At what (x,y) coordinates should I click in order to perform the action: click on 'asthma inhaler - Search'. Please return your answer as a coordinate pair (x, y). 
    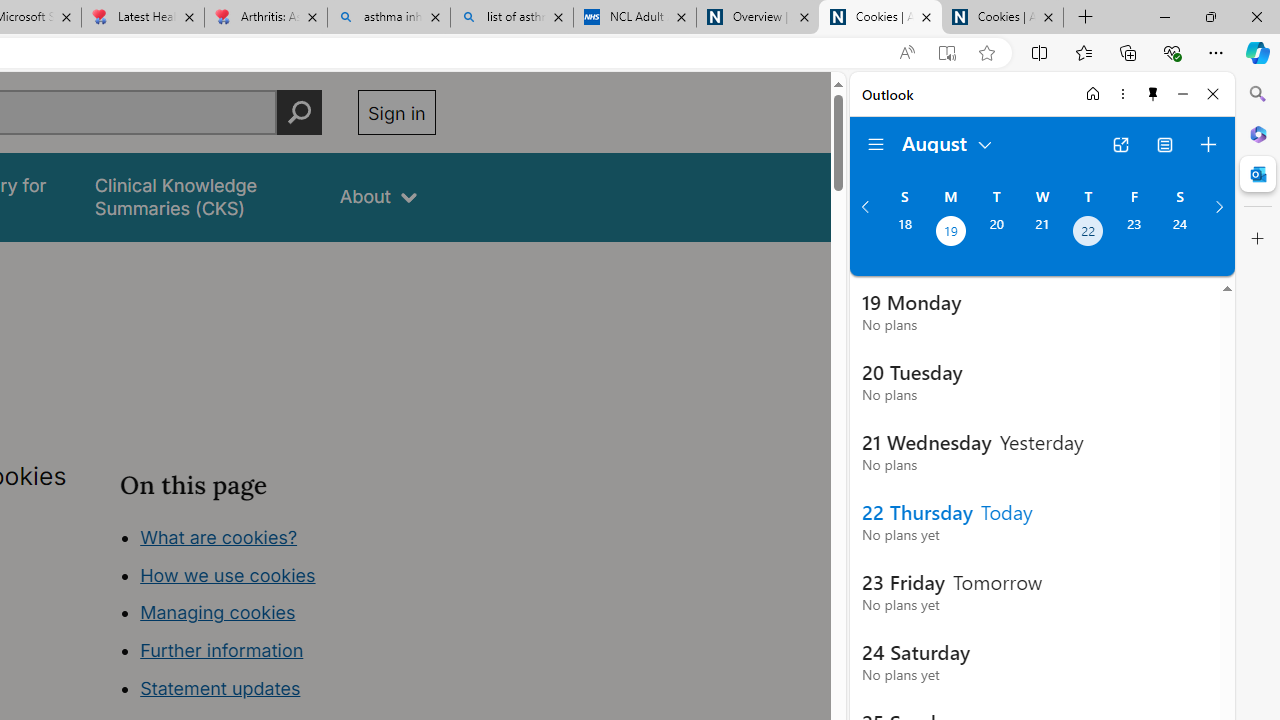
    Looking at the image, I should click on (389, 17).